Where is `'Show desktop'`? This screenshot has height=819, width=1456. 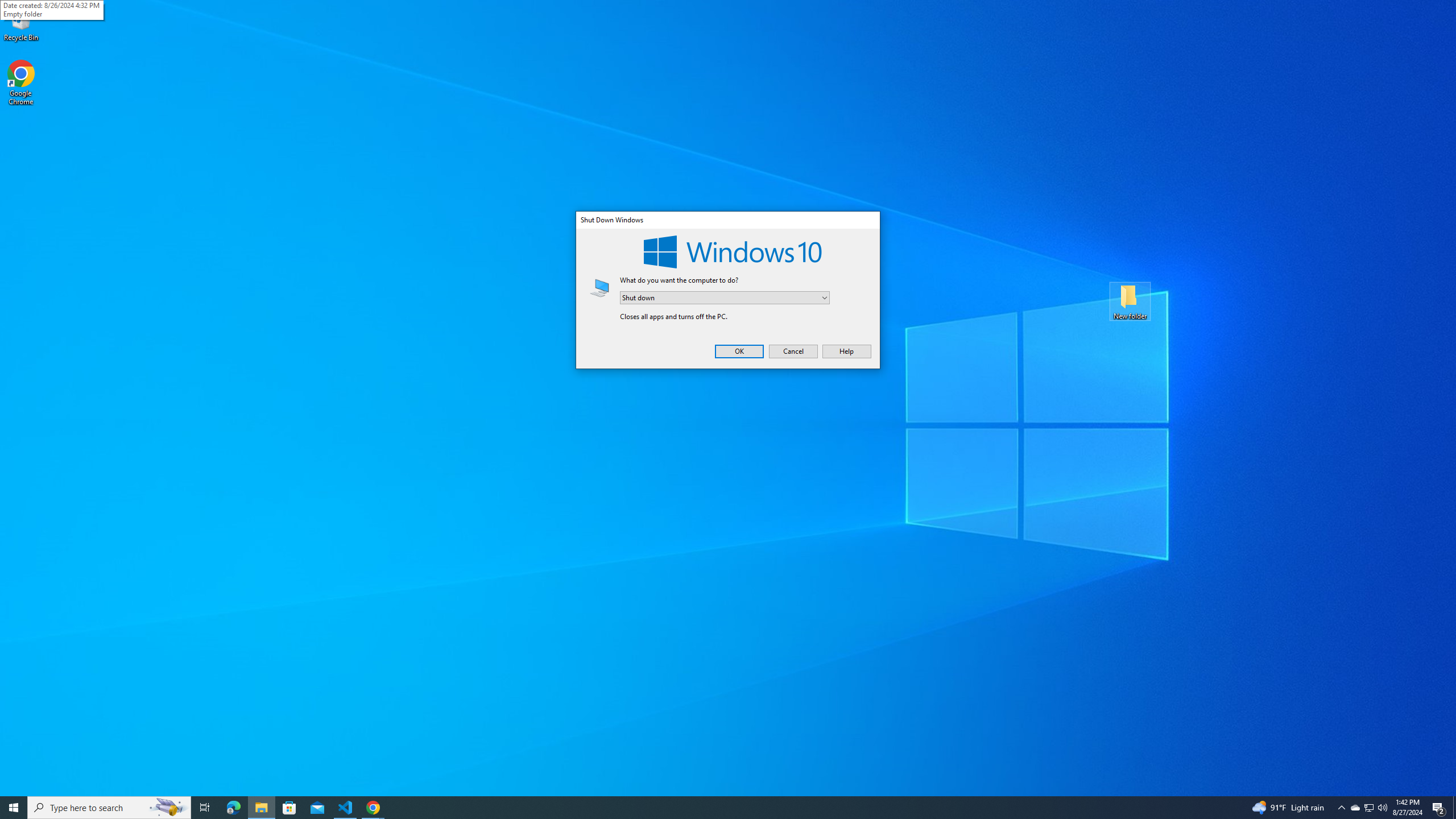
'Show desktop' is located at coordinates (1454, 806).